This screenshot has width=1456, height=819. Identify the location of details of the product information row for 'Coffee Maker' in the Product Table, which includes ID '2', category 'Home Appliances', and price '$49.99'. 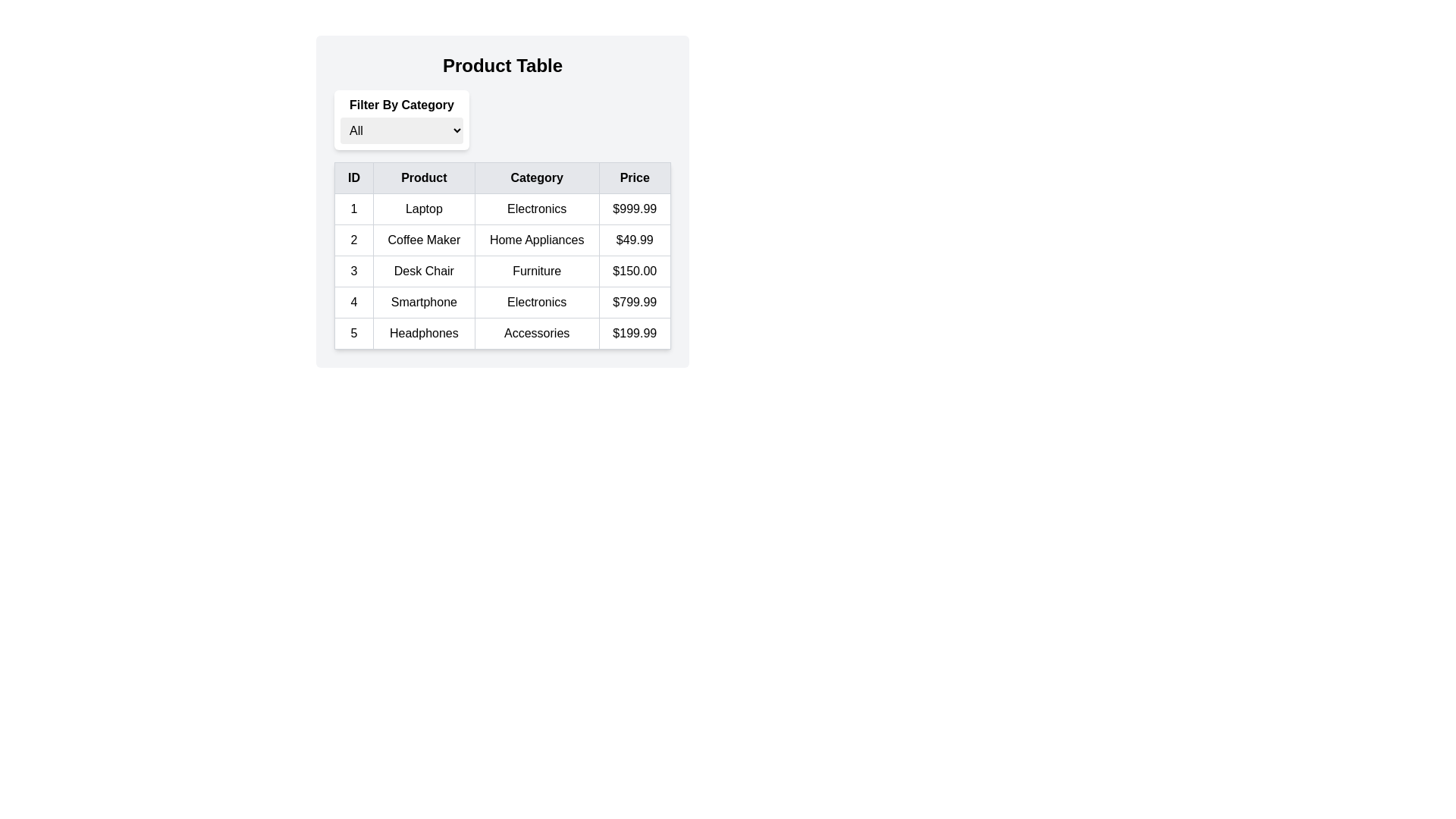
(502, 239).